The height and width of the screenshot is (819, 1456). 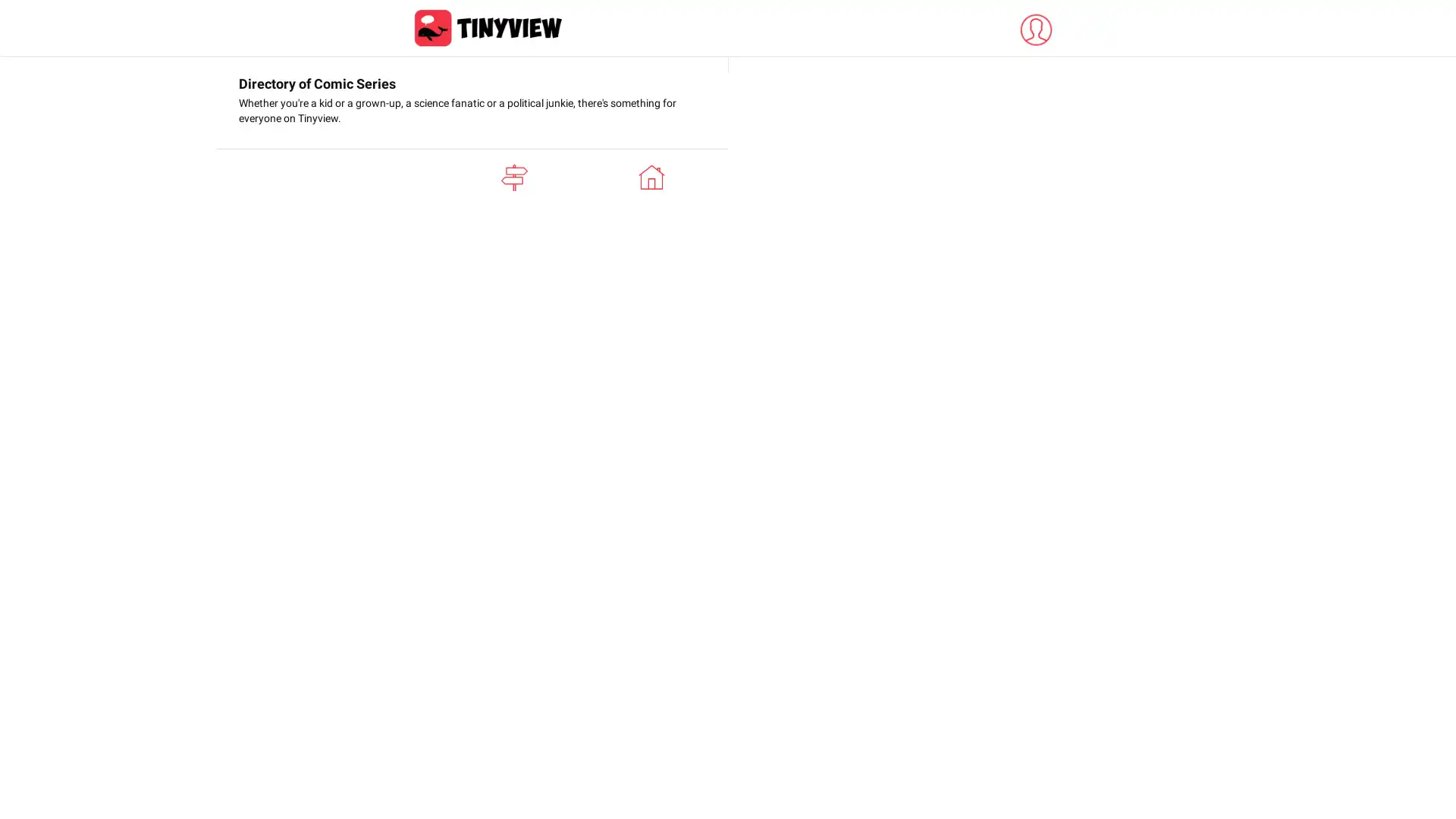 I want to click on Follow, so click(x=1034, y=239).